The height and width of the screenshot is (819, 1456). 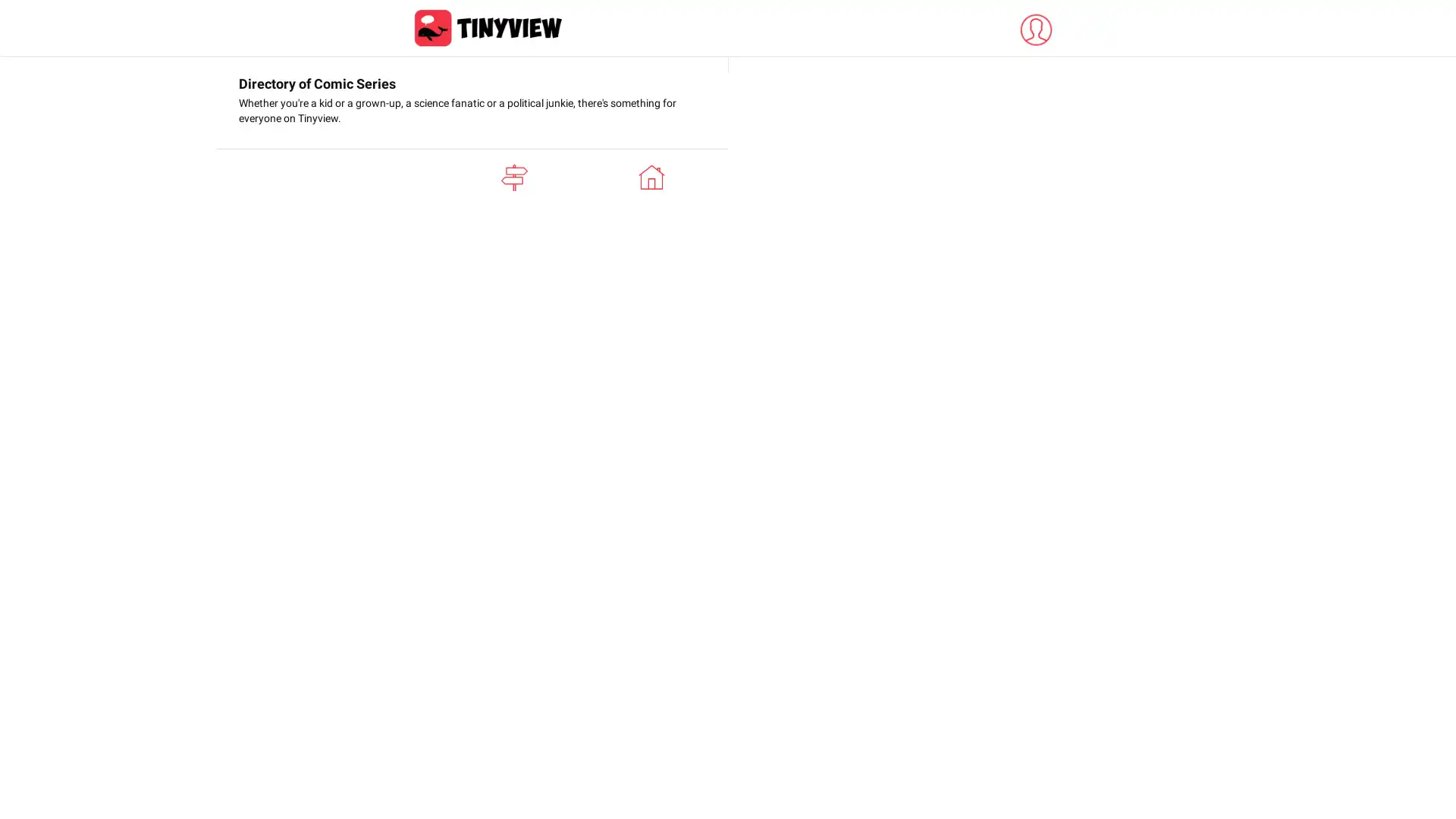 I want to click on Follow, so click(x=1034, y=239).